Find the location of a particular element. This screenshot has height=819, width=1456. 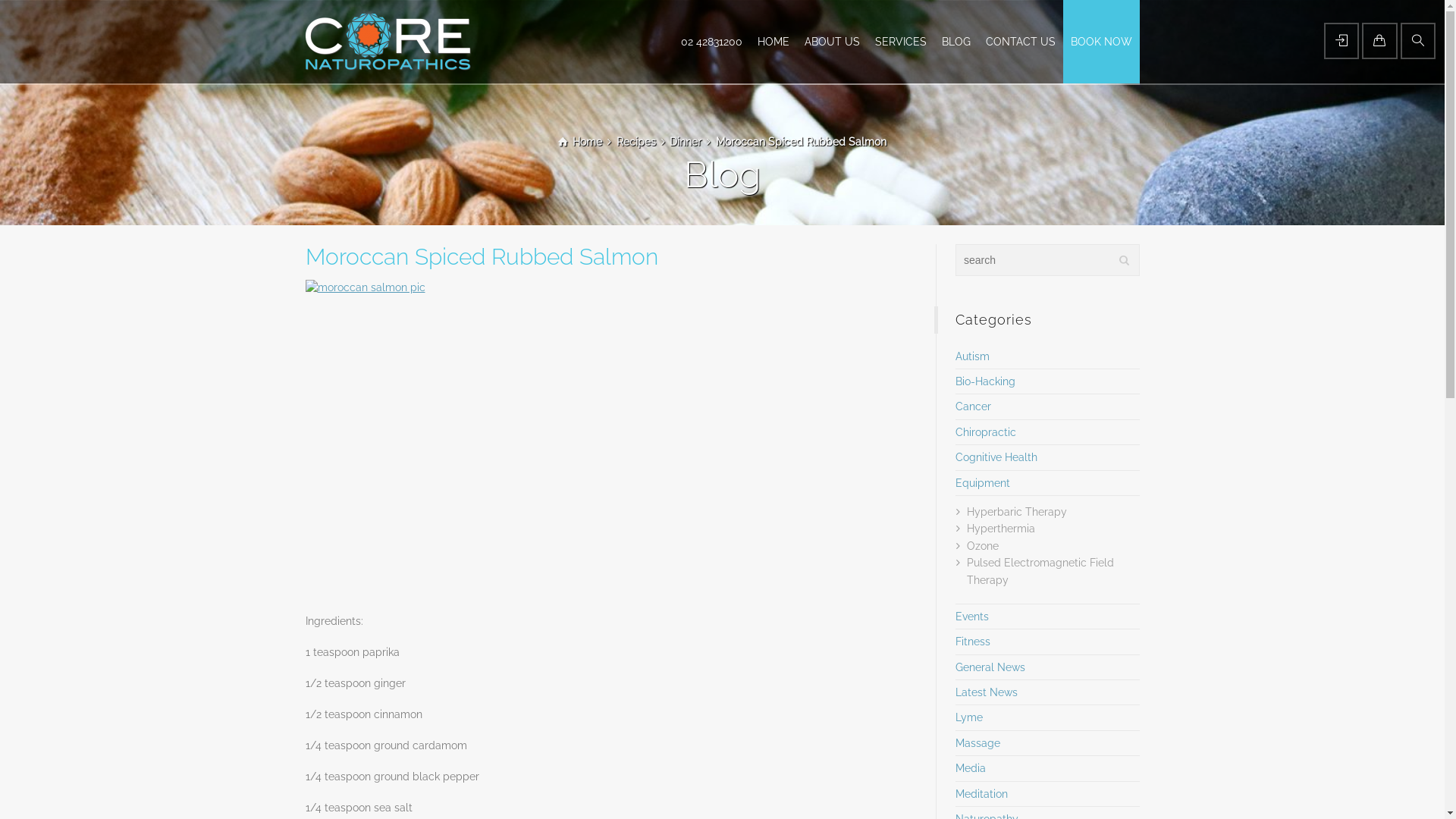

'Latest News' is located at coordinates (986, 692).